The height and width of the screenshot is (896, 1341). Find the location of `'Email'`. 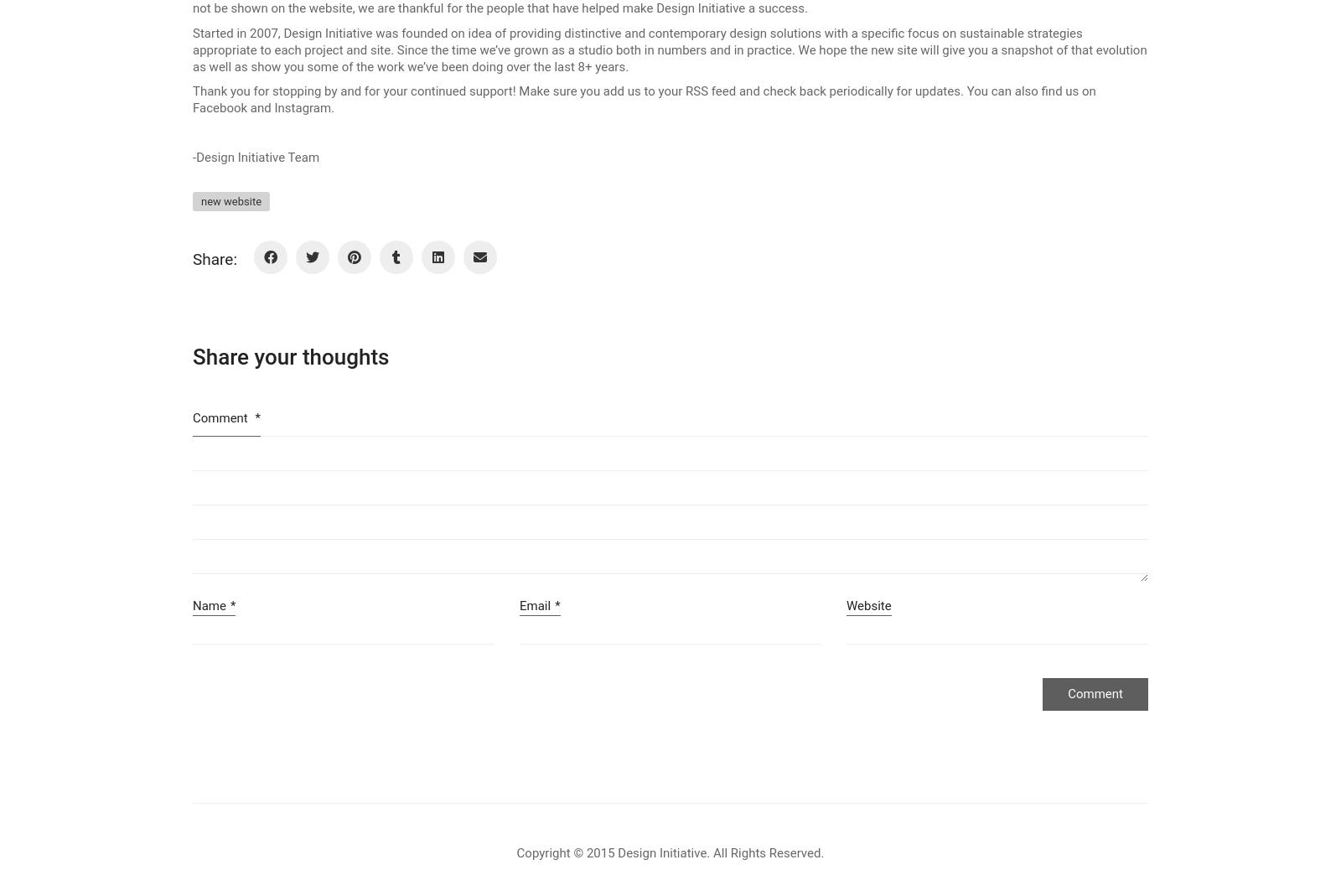

'Email' is located at coordinates (520, 604).